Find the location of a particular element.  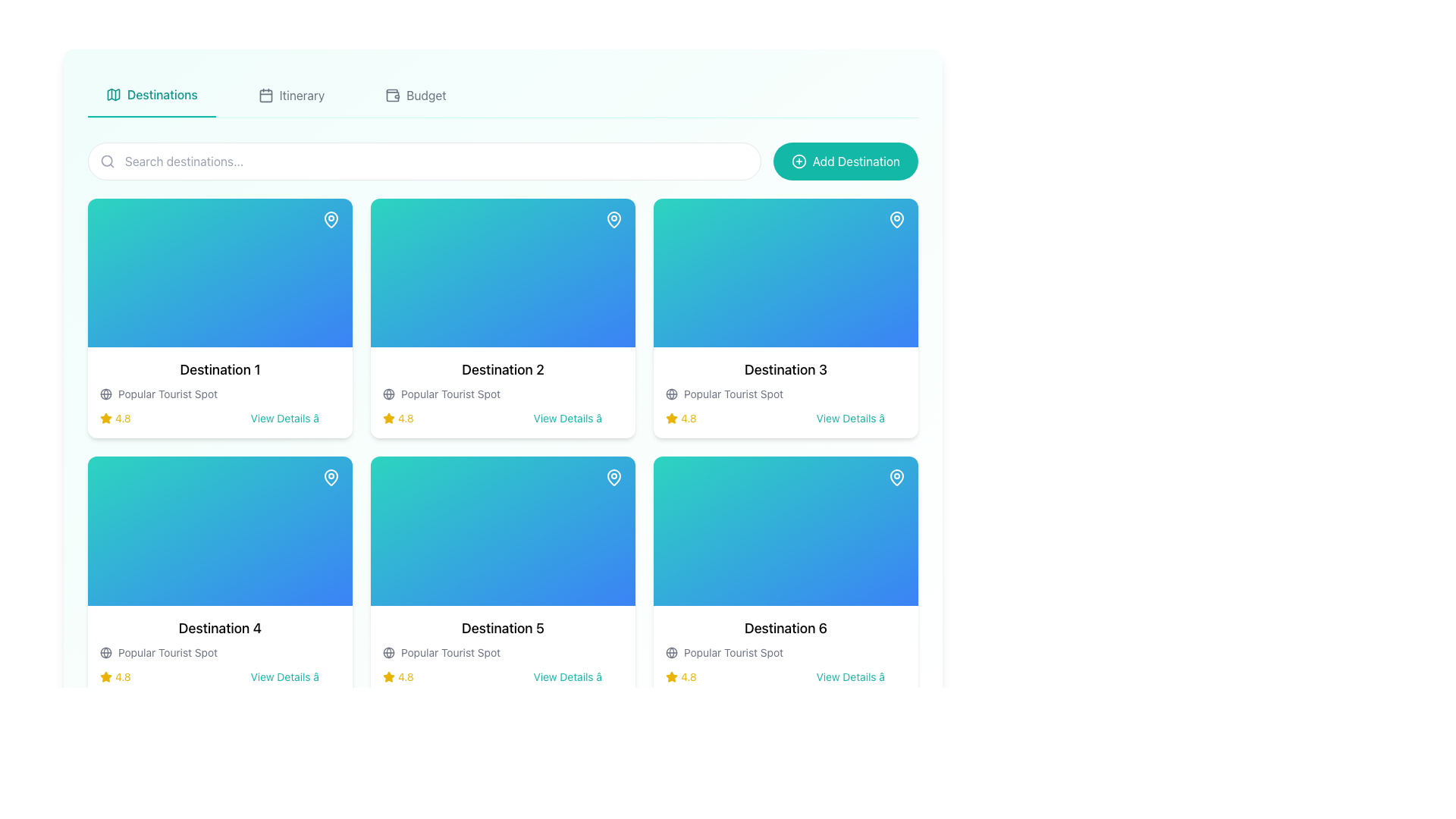

the map pin icon located at the top-right corner of the card labeled 'Destination 5' in the grid layout is located at coordinates (614, 476).